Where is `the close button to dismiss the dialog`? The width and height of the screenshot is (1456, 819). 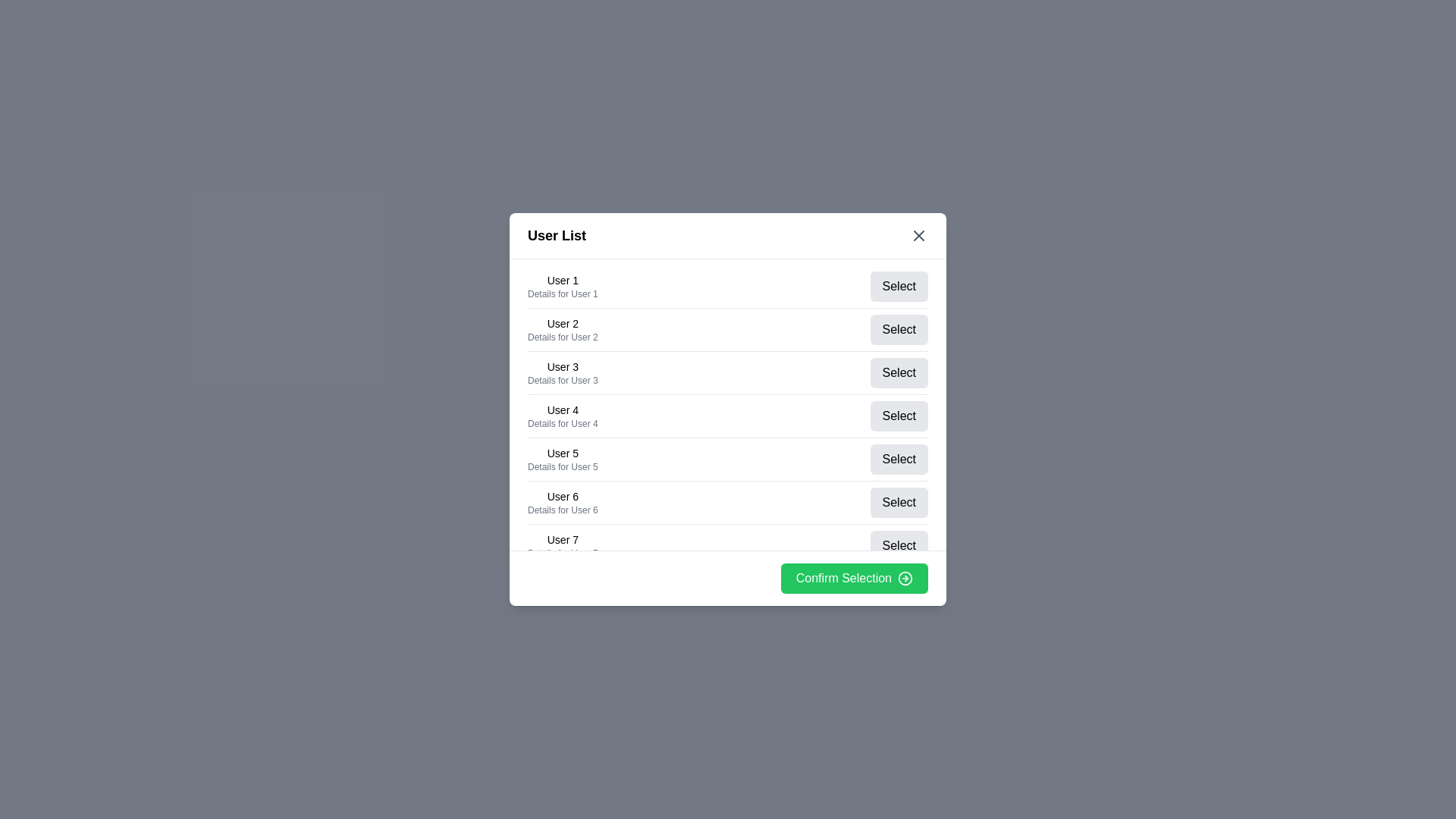
the close button to dismiss the dialog is located at coordinates (918, 236).